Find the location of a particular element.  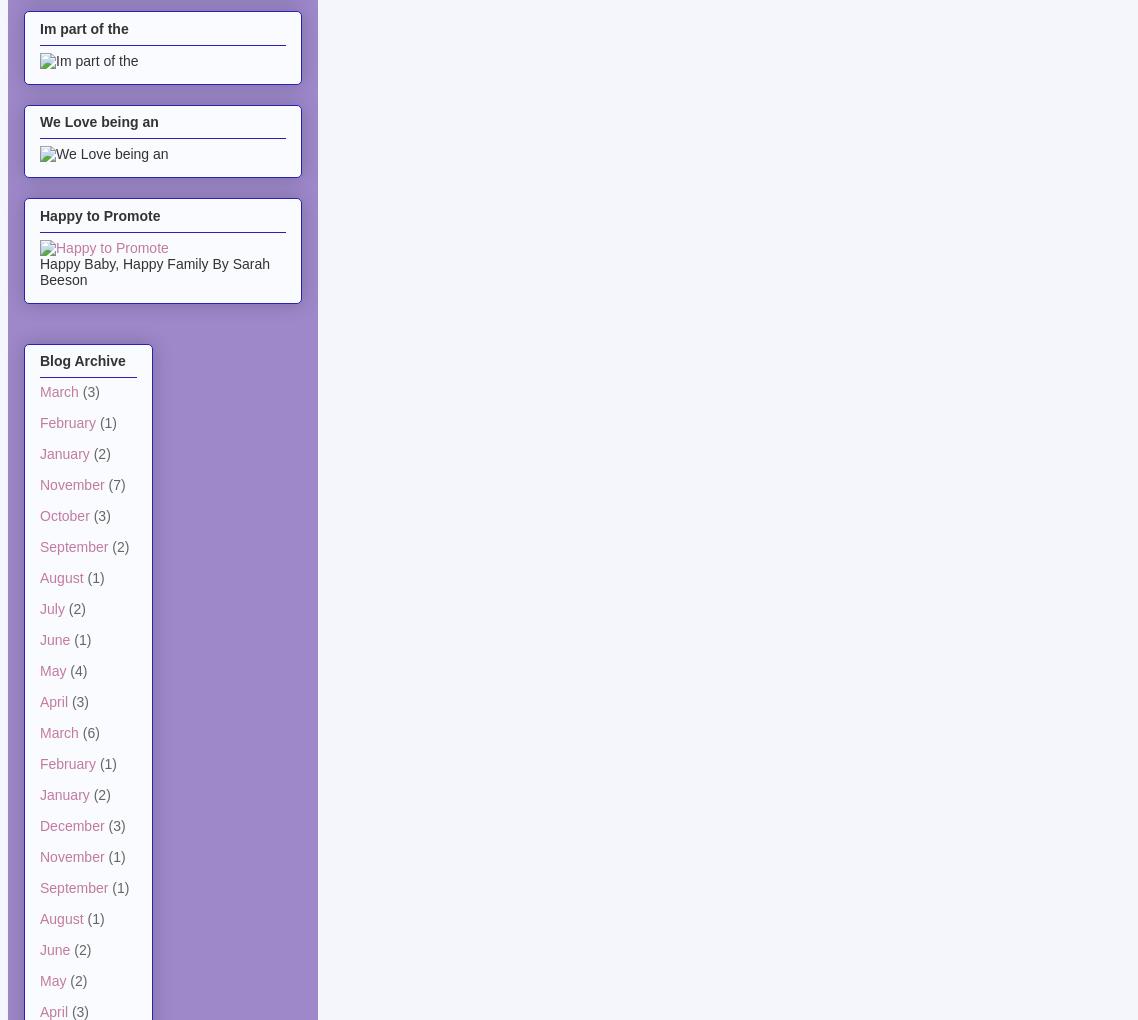

'Im part of the' is located at coordinates (82, 27).